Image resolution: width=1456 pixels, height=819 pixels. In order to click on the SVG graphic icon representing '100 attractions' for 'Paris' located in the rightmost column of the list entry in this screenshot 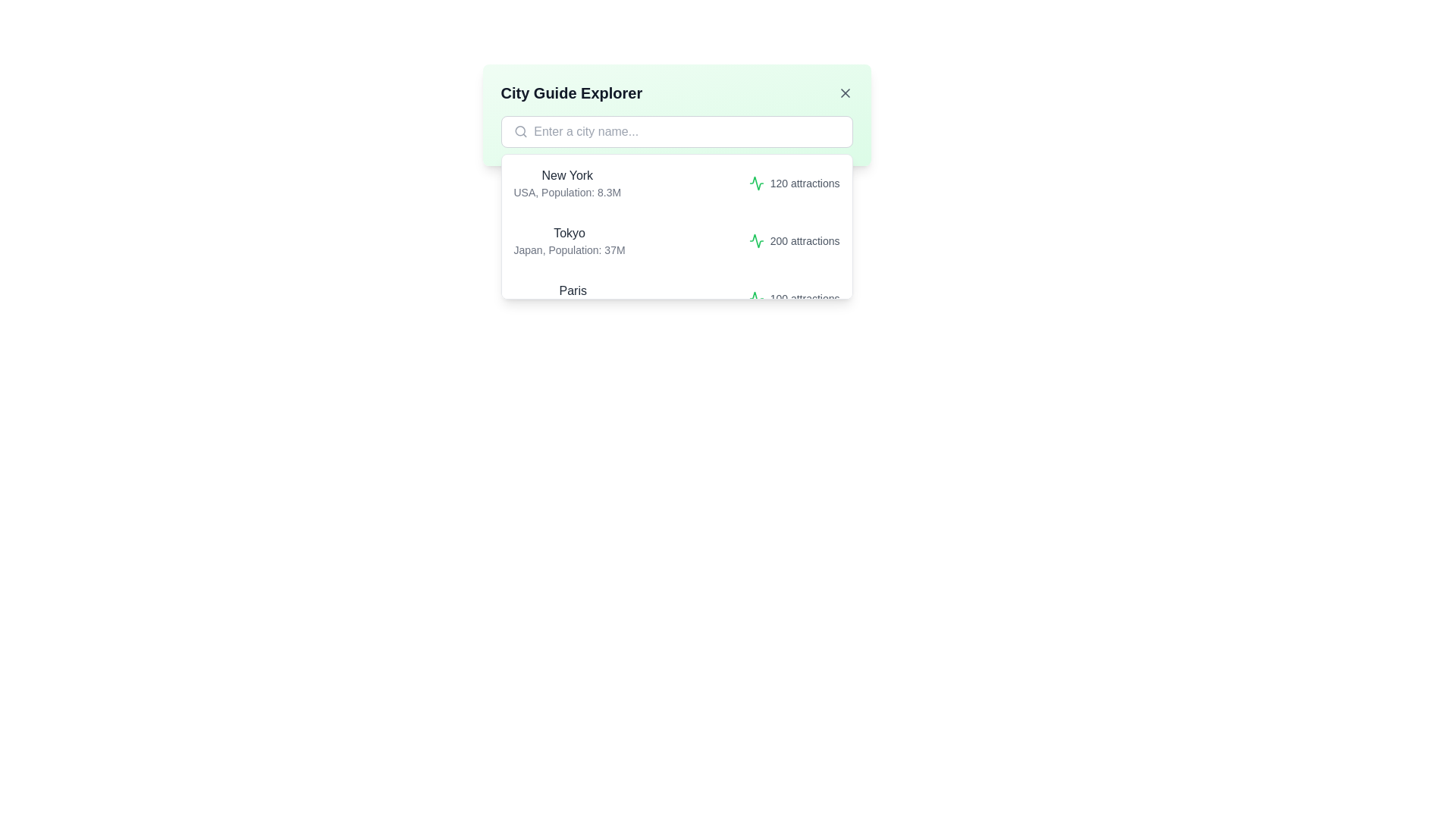, I will do `click(756, 298)`.